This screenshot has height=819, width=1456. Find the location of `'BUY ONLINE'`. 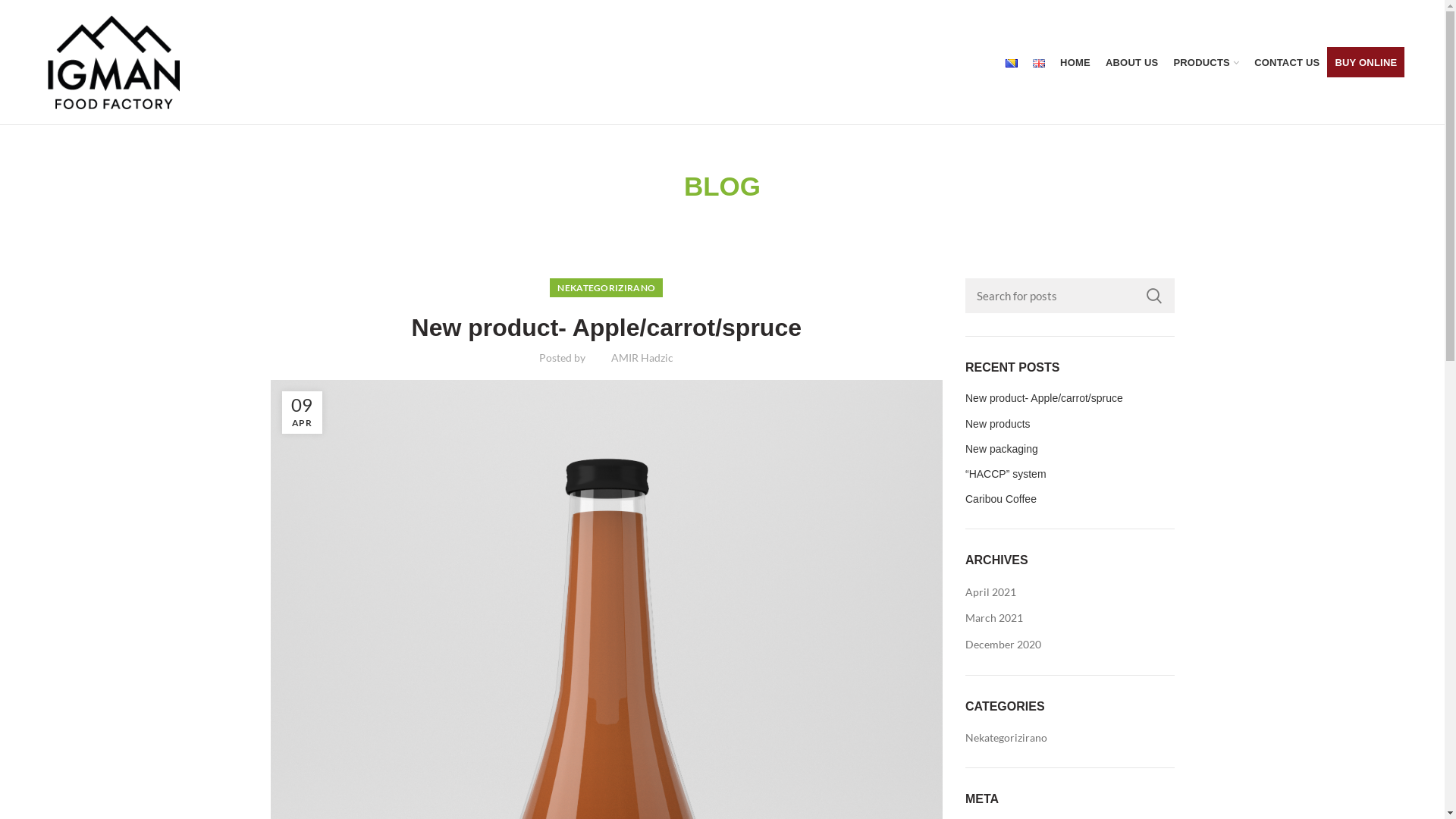

'BUY ONLINE' is located at coordinates (1326, 61).